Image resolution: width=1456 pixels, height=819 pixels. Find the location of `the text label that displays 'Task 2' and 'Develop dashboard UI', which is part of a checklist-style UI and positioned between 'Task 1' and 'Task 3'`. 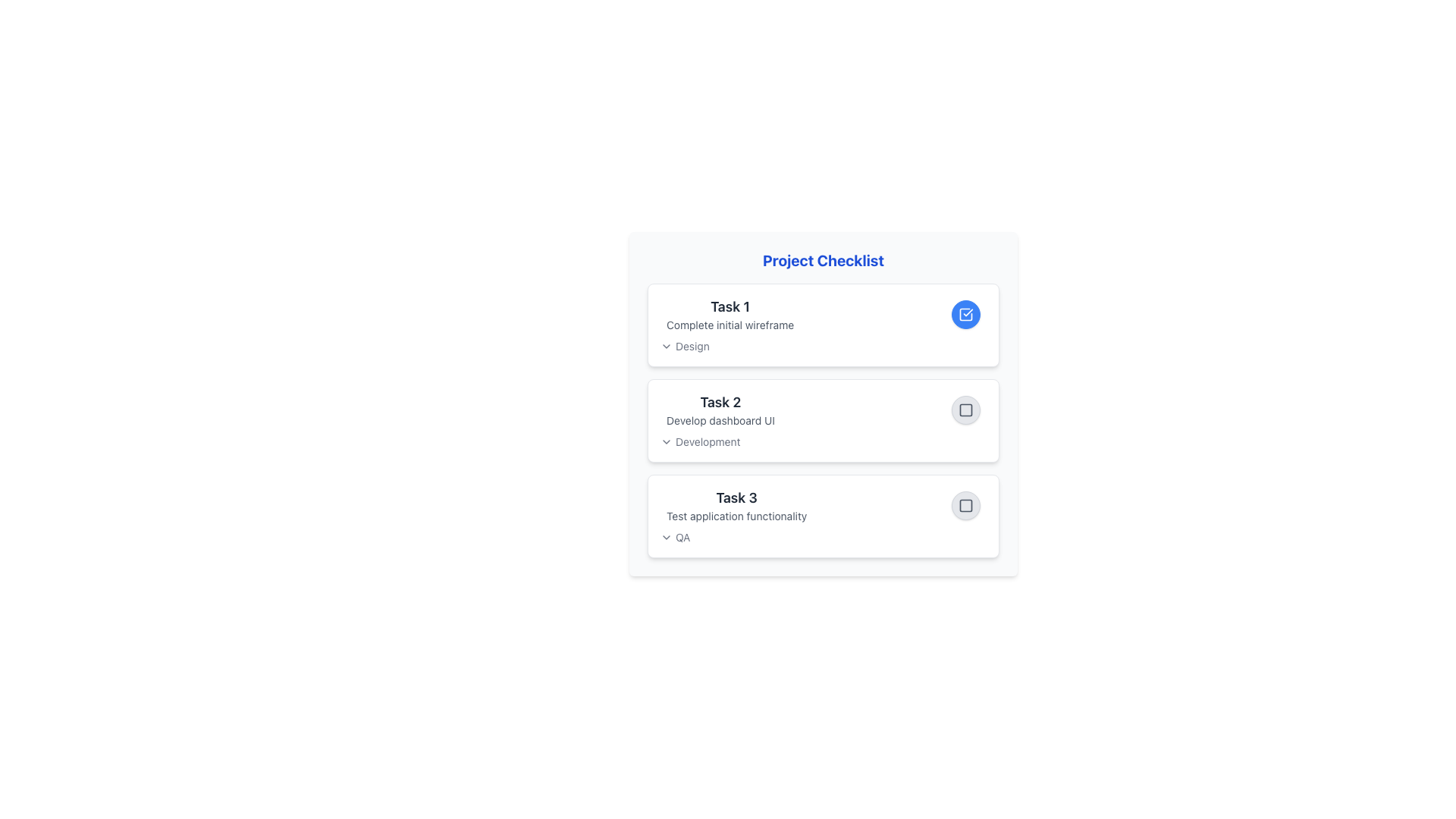

the text label that displays 'Task 2' and 'Develop dashboard UI', which is part of a checklist-style UI and positioned between 'Task 1' and 'Task 3' is located at coordinates (720, 409).